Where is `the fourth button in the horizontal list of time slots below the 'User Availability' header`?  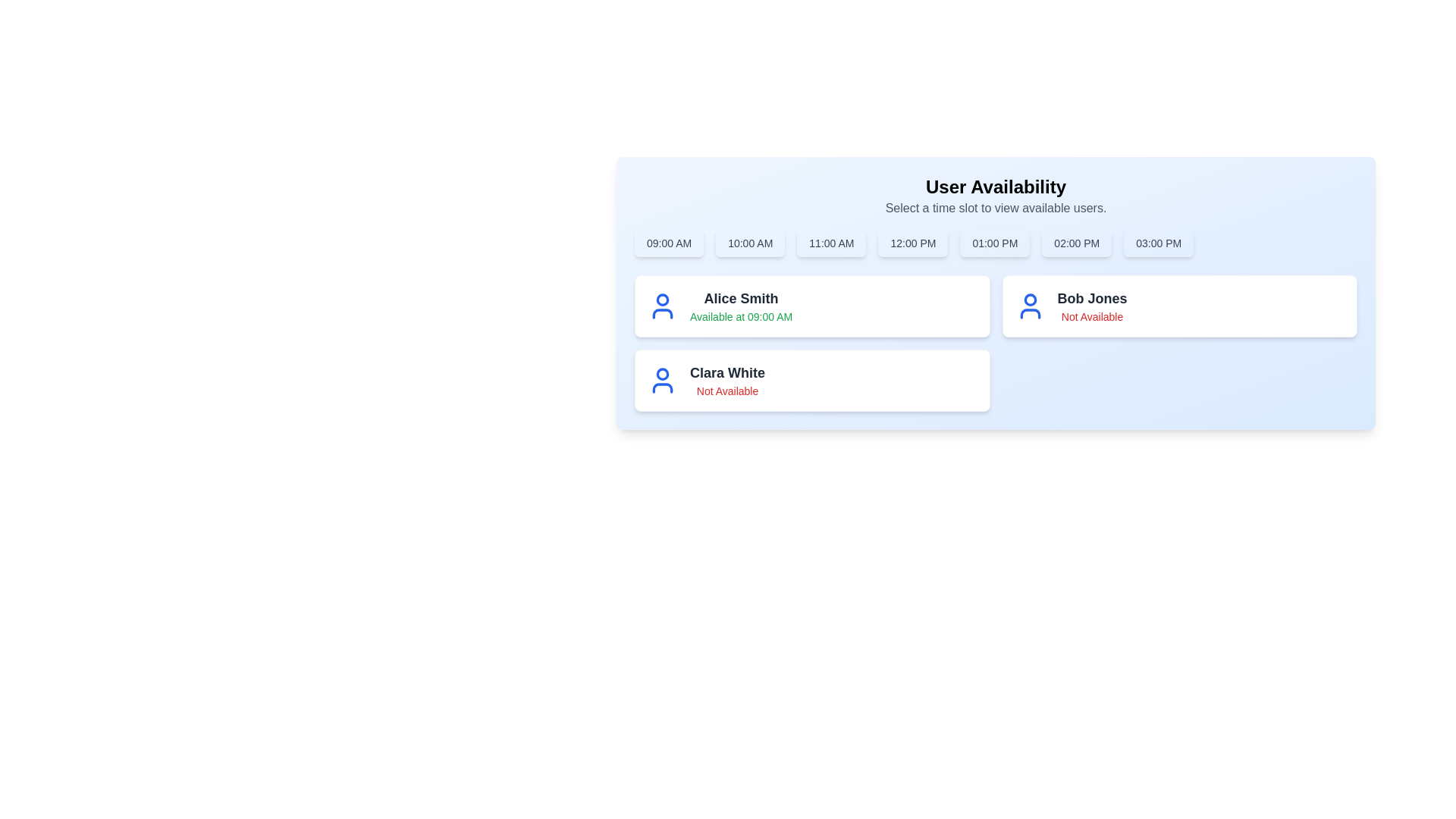 the fourth button in the horizontal list of time slots below the 'User Availability' header is located at coordinates (912, 242).